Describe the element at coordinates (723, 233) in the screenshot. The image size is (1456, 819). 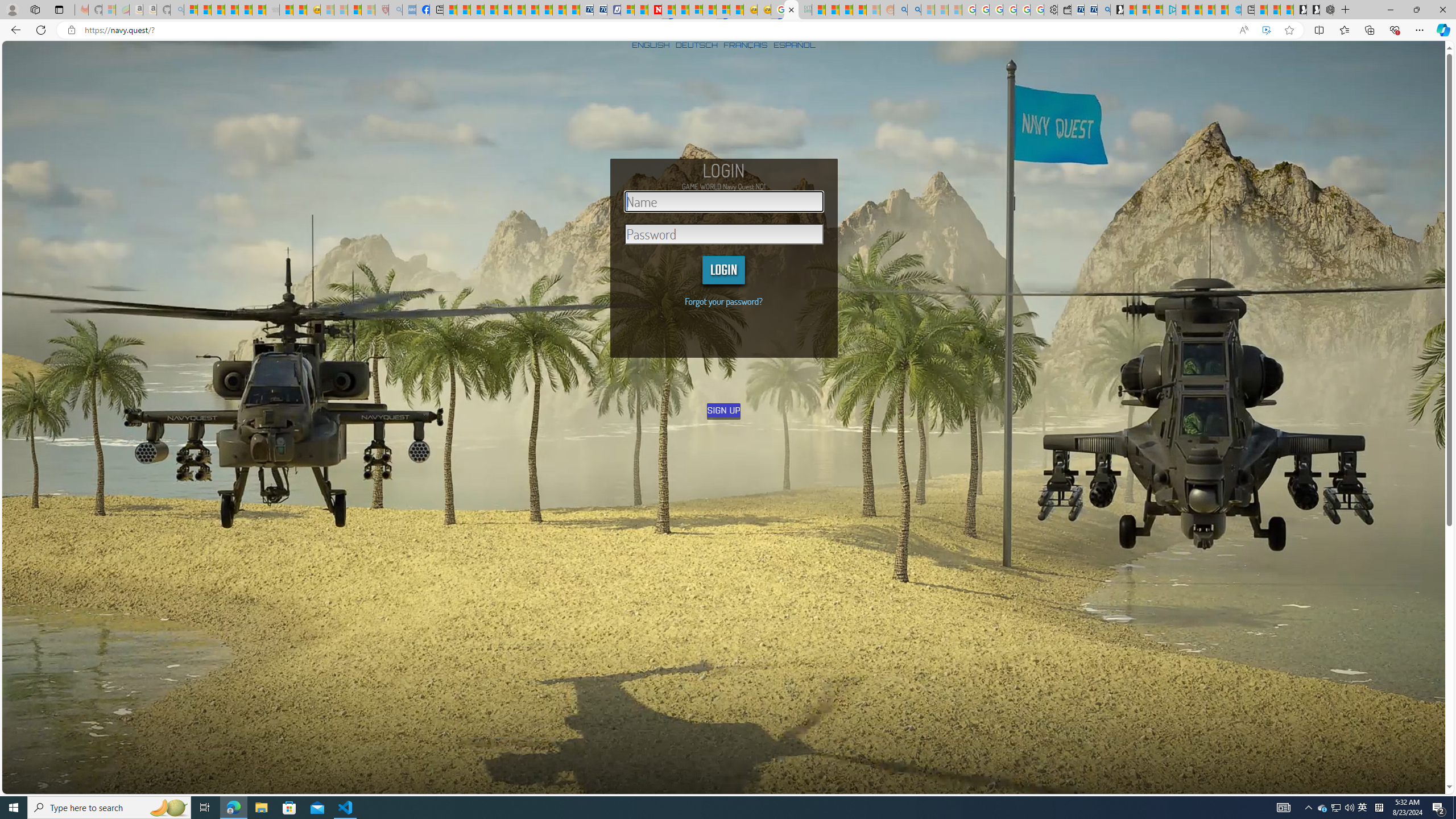
I see `'Password'` at that location.